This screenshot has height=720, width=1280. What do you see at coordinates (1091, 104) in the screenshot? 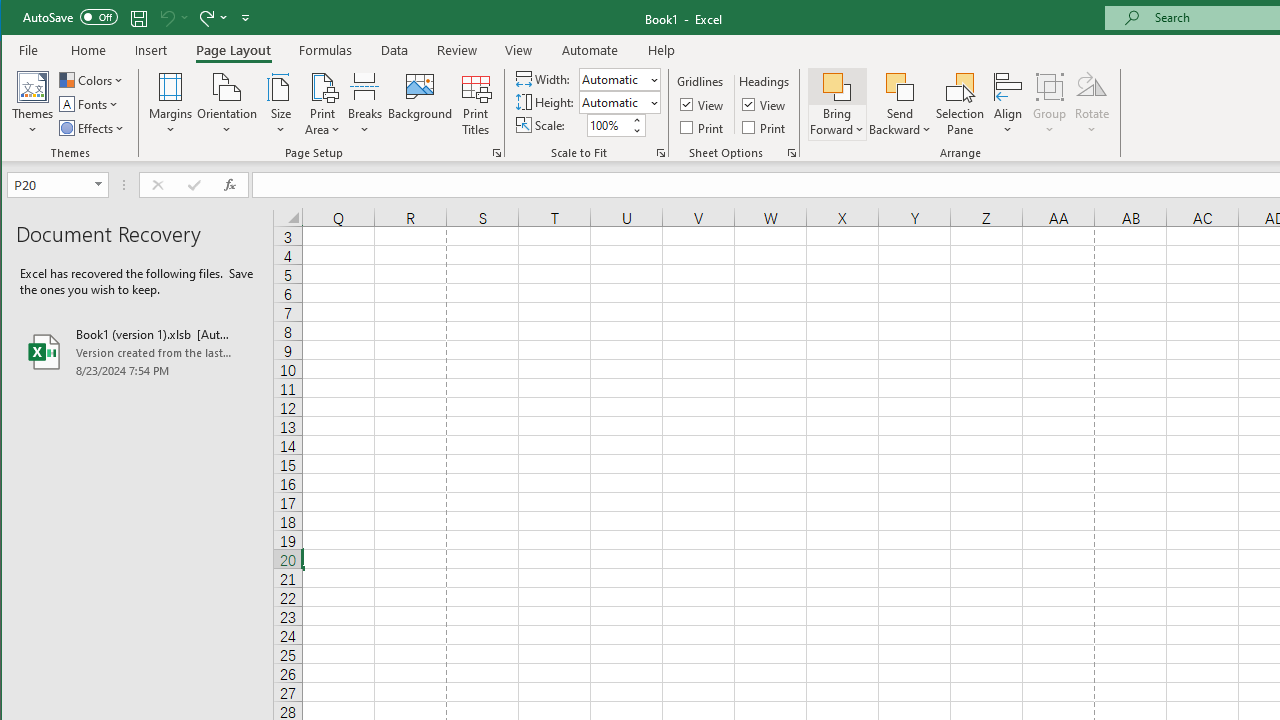
I see `'Rotate'` at bounding box center [1091, 104].